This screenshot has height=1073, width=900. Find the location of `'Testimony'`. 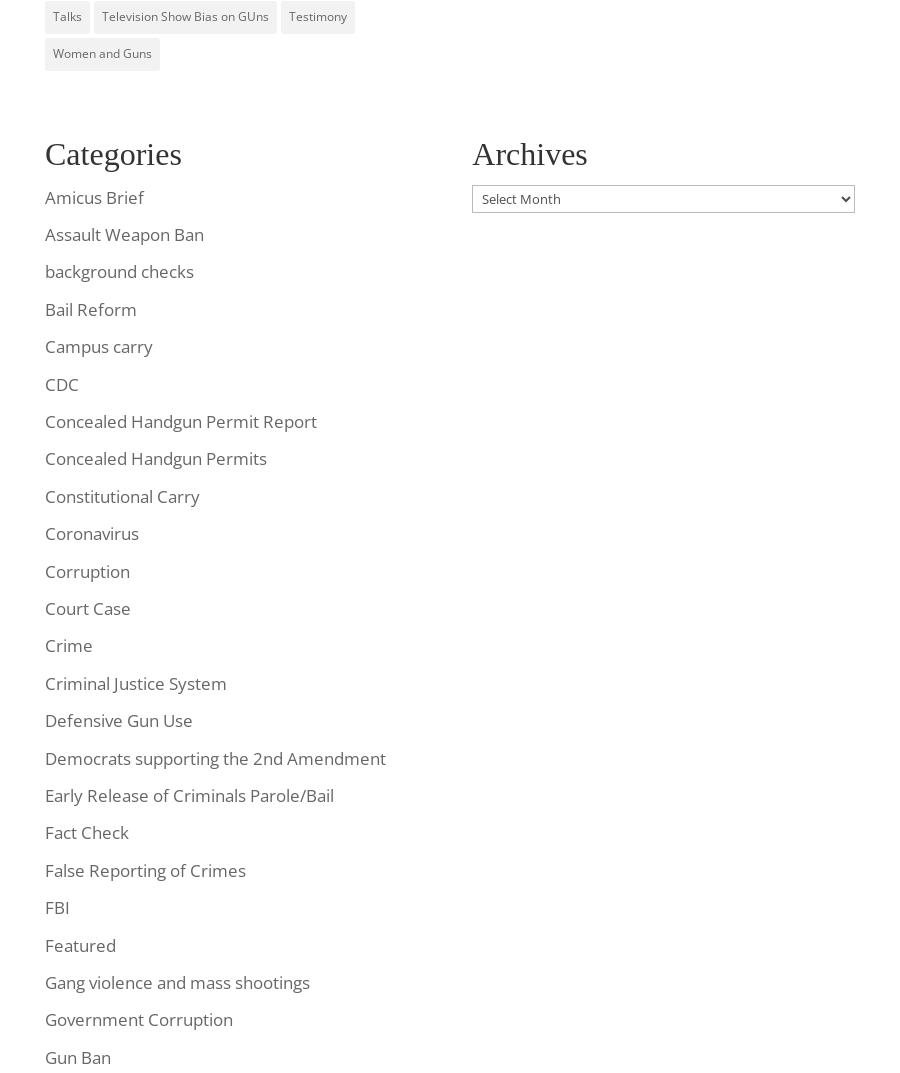

'Testimony' is located at coordinates (316, 14).